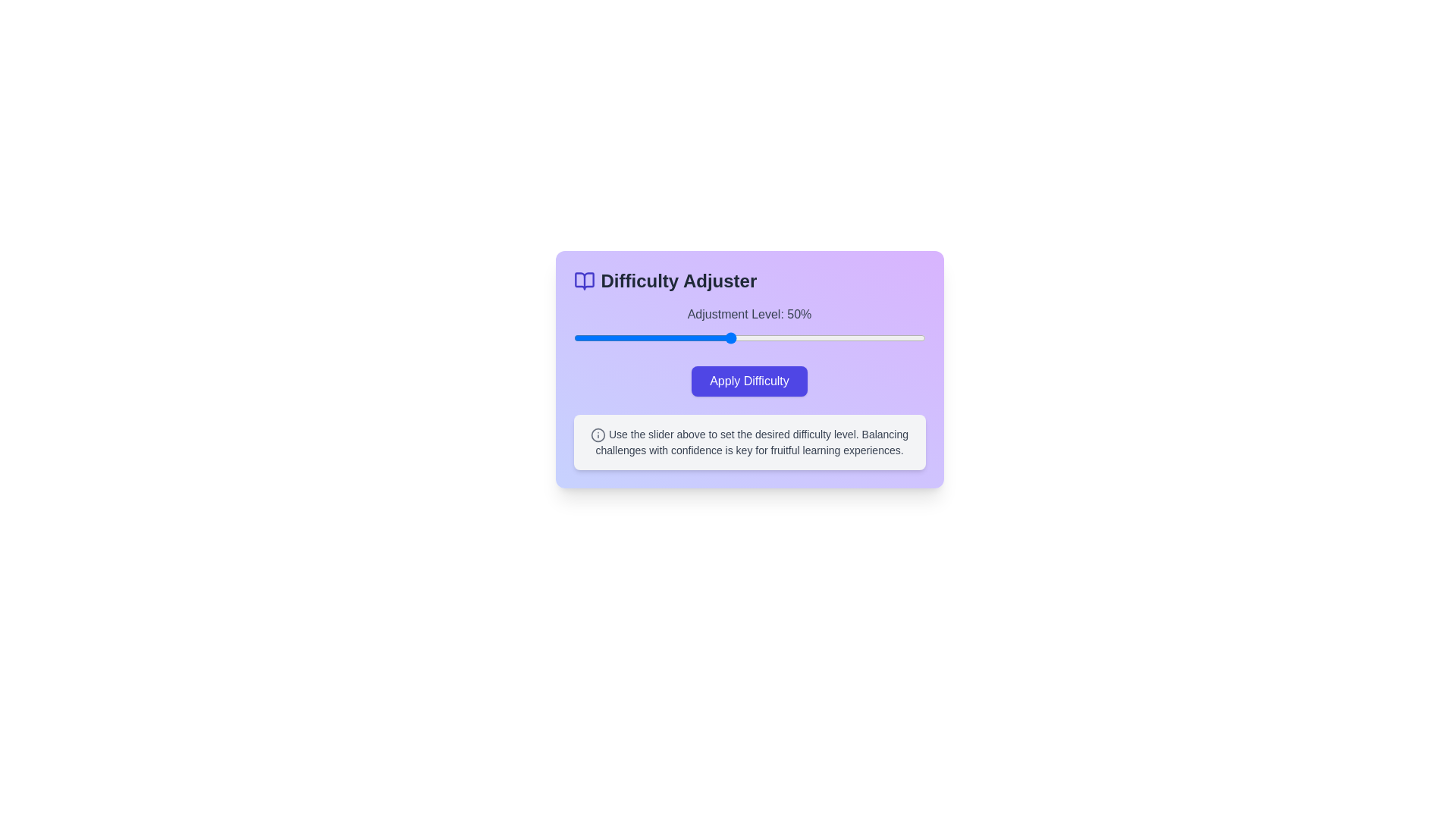 Image resolution: width=1456 pixels, height=819 pixels. I want to click on the difficulty slider to 85%, so click(867, 337).